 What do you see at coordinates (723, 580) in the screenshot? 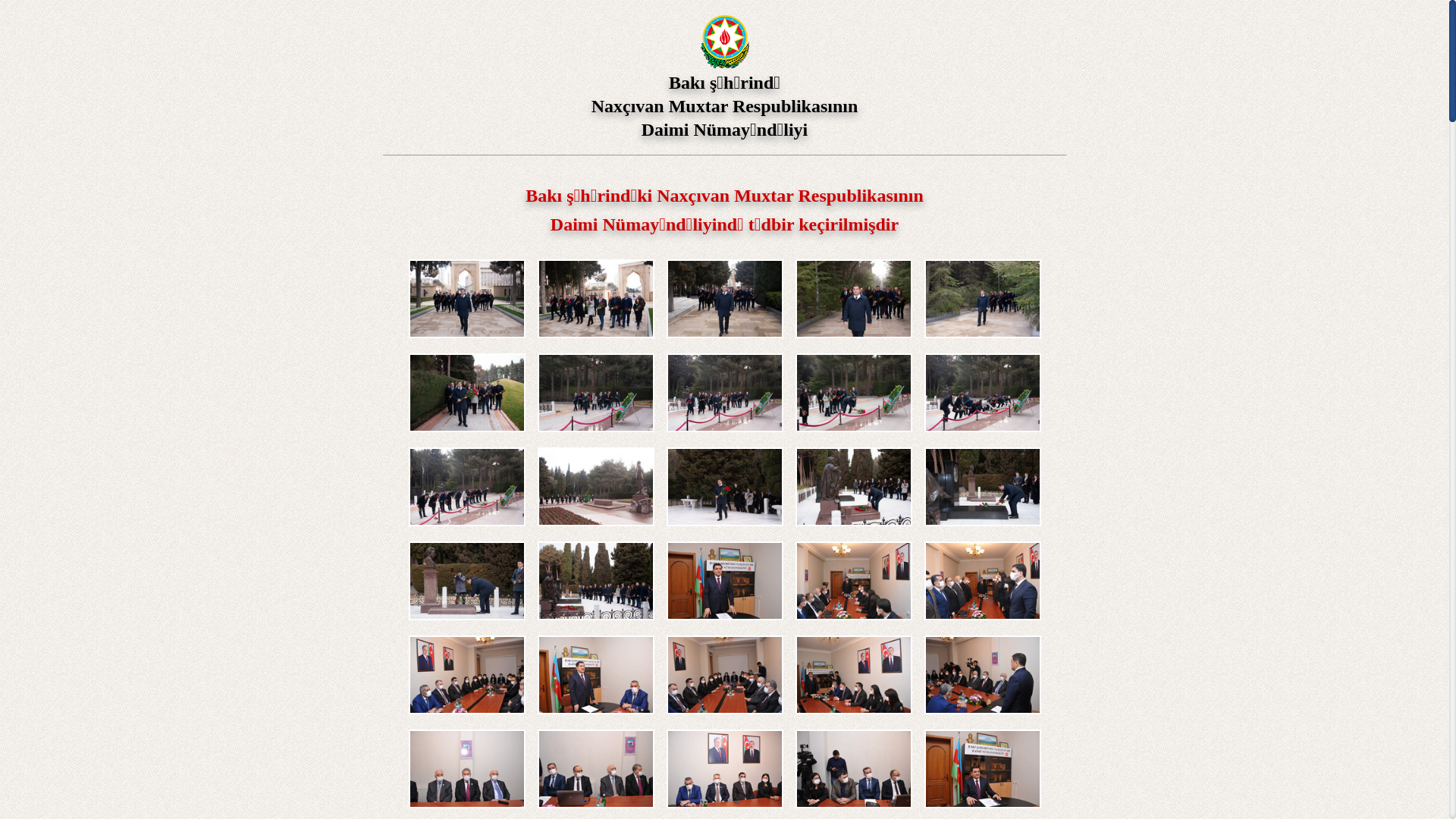
I see `'Click to enlarge'` at bounding box center [723, 580].